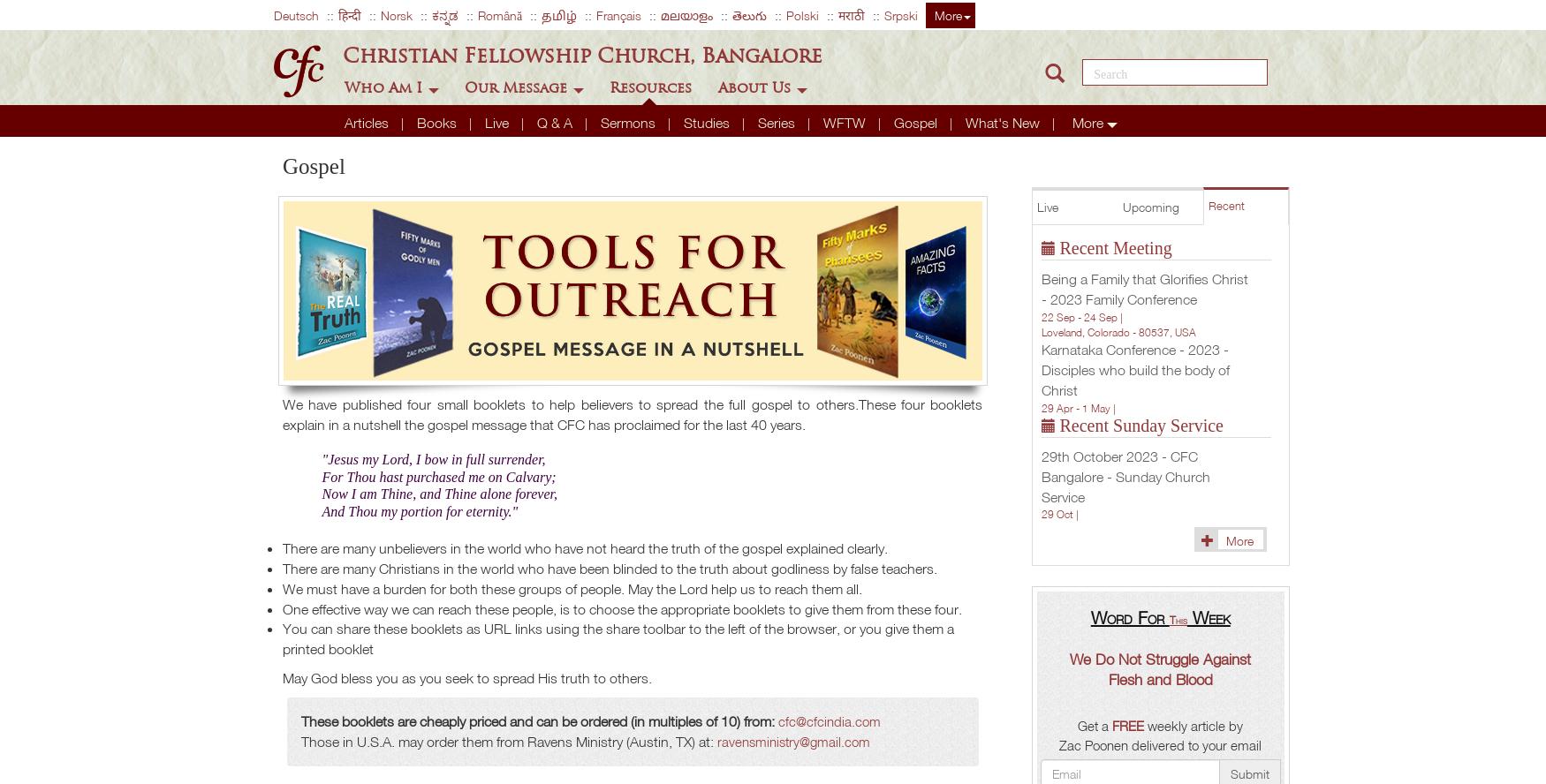  I want to click on 'Our Message', so click(517, 86).